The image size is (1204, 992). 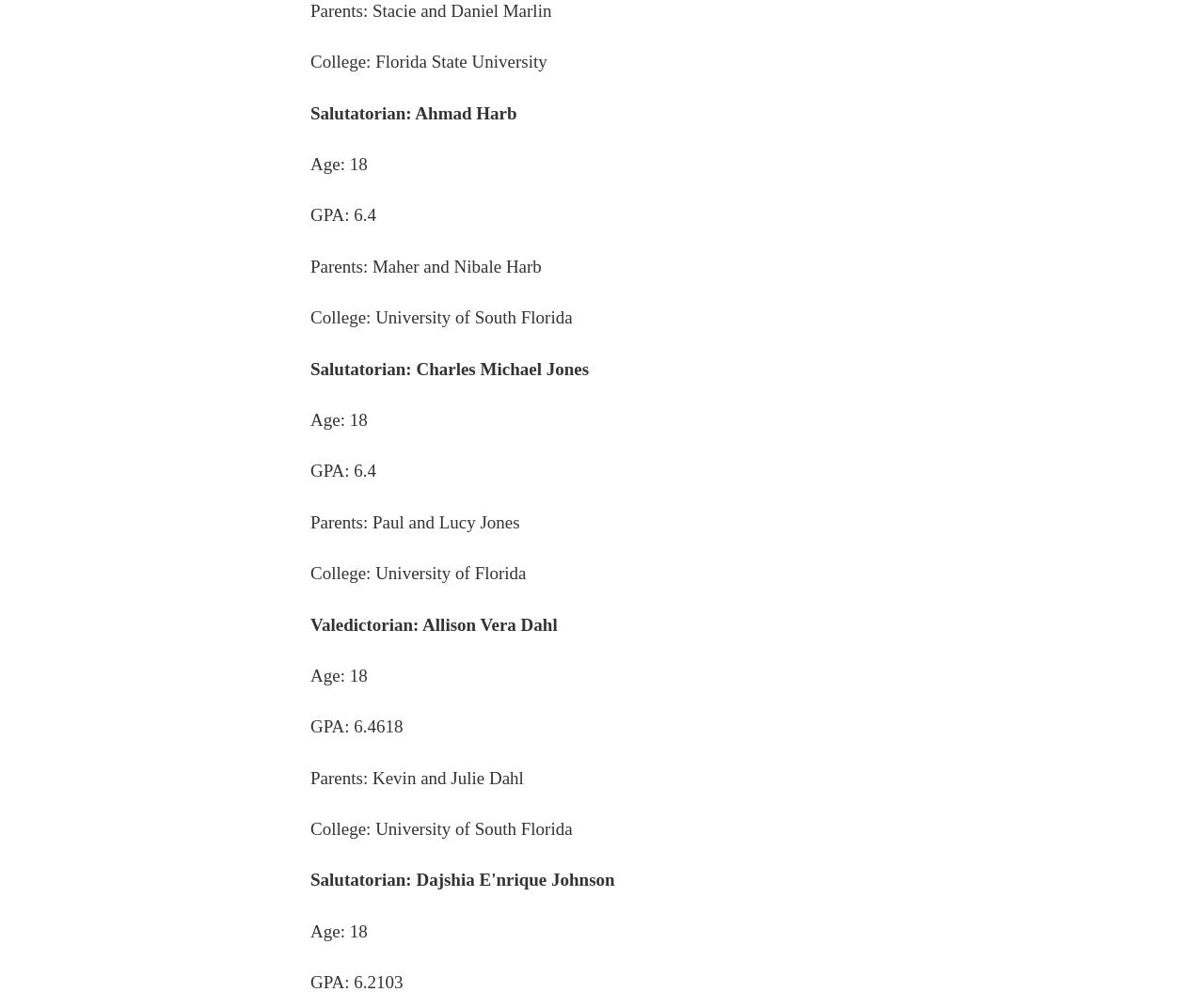 I want to click on 'Home delivery', so click(x=253, y=761).